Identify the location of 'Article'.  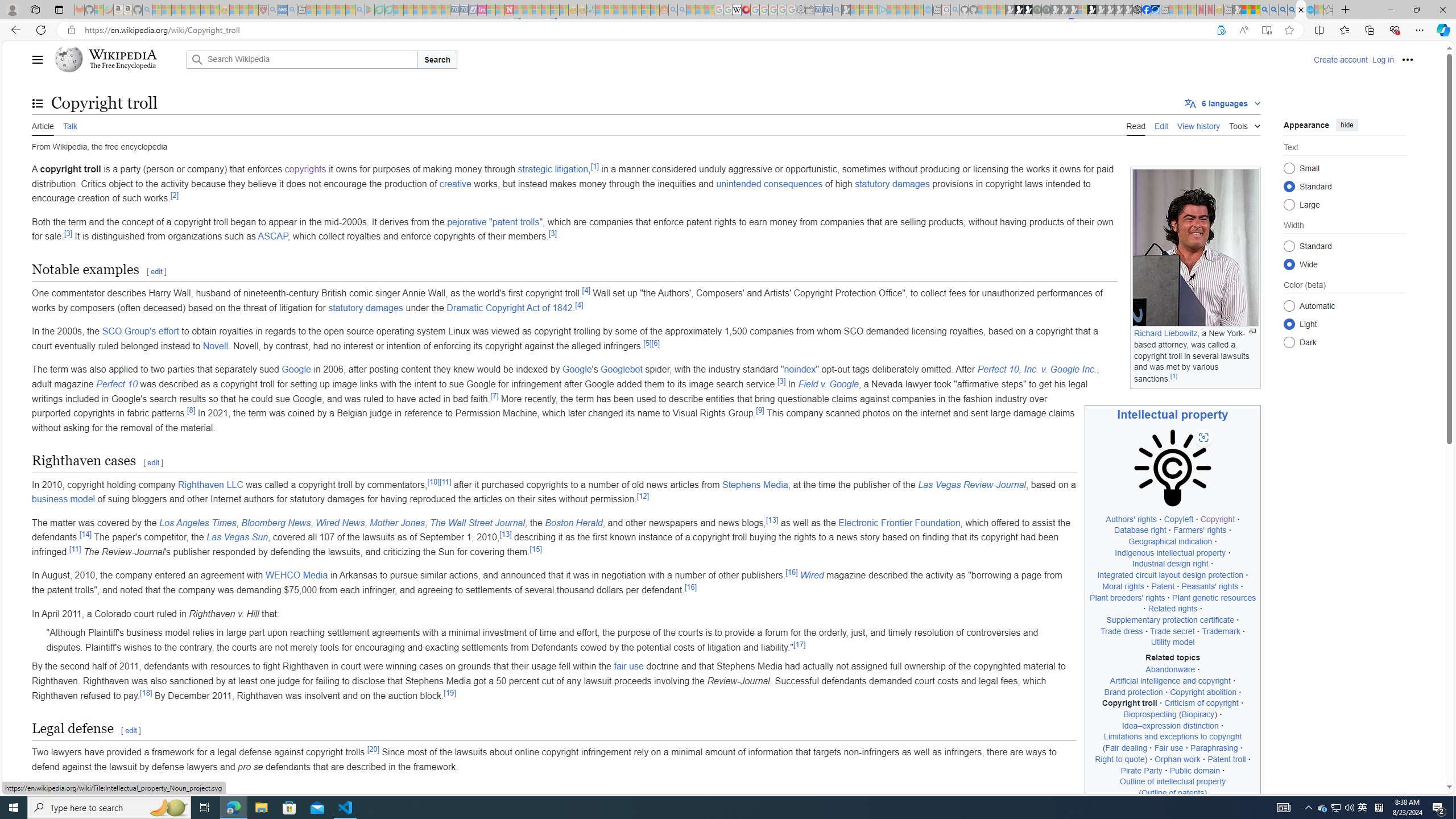
(42, 125).